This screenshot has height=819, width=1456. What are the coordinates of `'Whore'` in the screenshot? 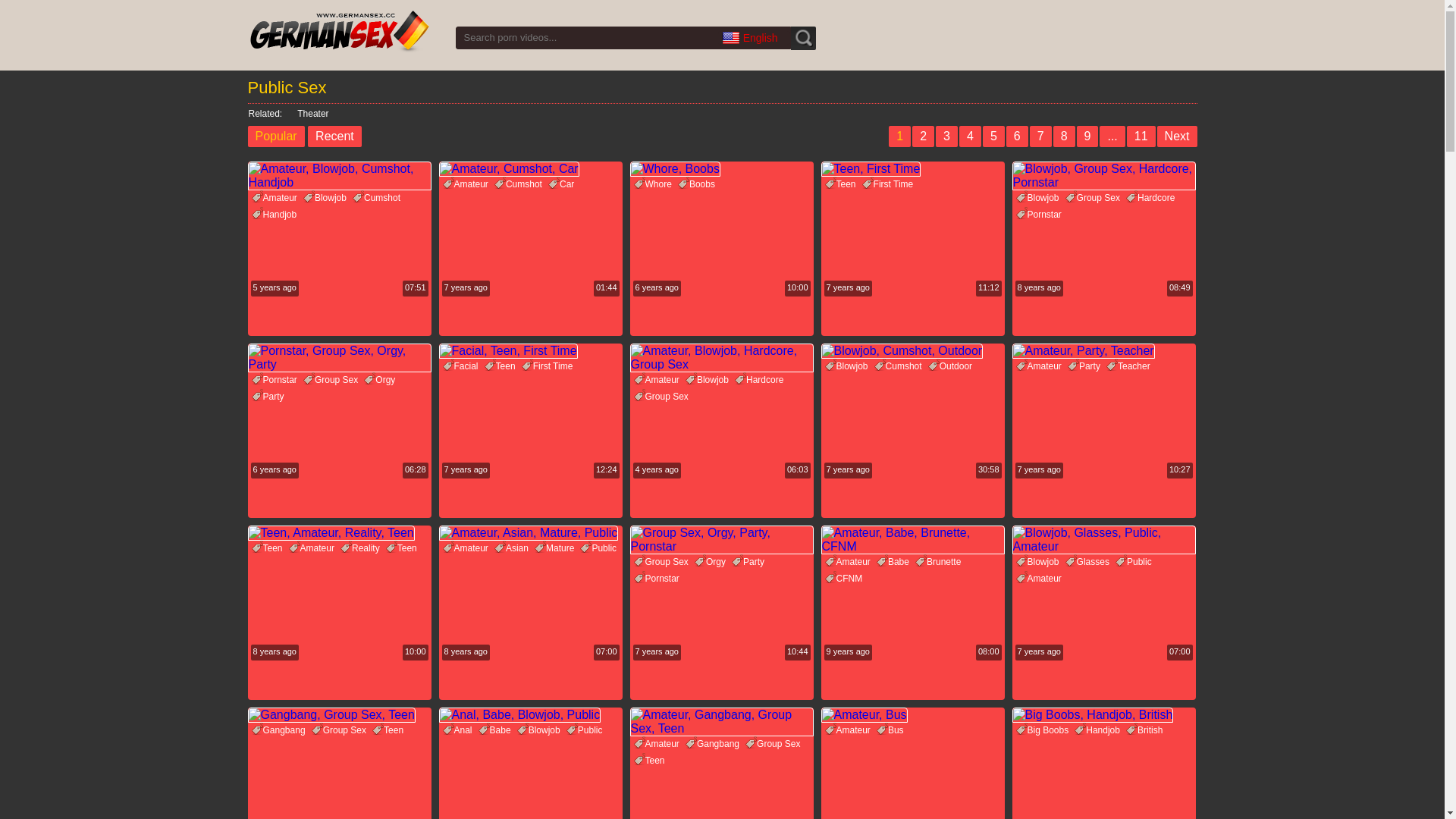 It's located at (654, 184).